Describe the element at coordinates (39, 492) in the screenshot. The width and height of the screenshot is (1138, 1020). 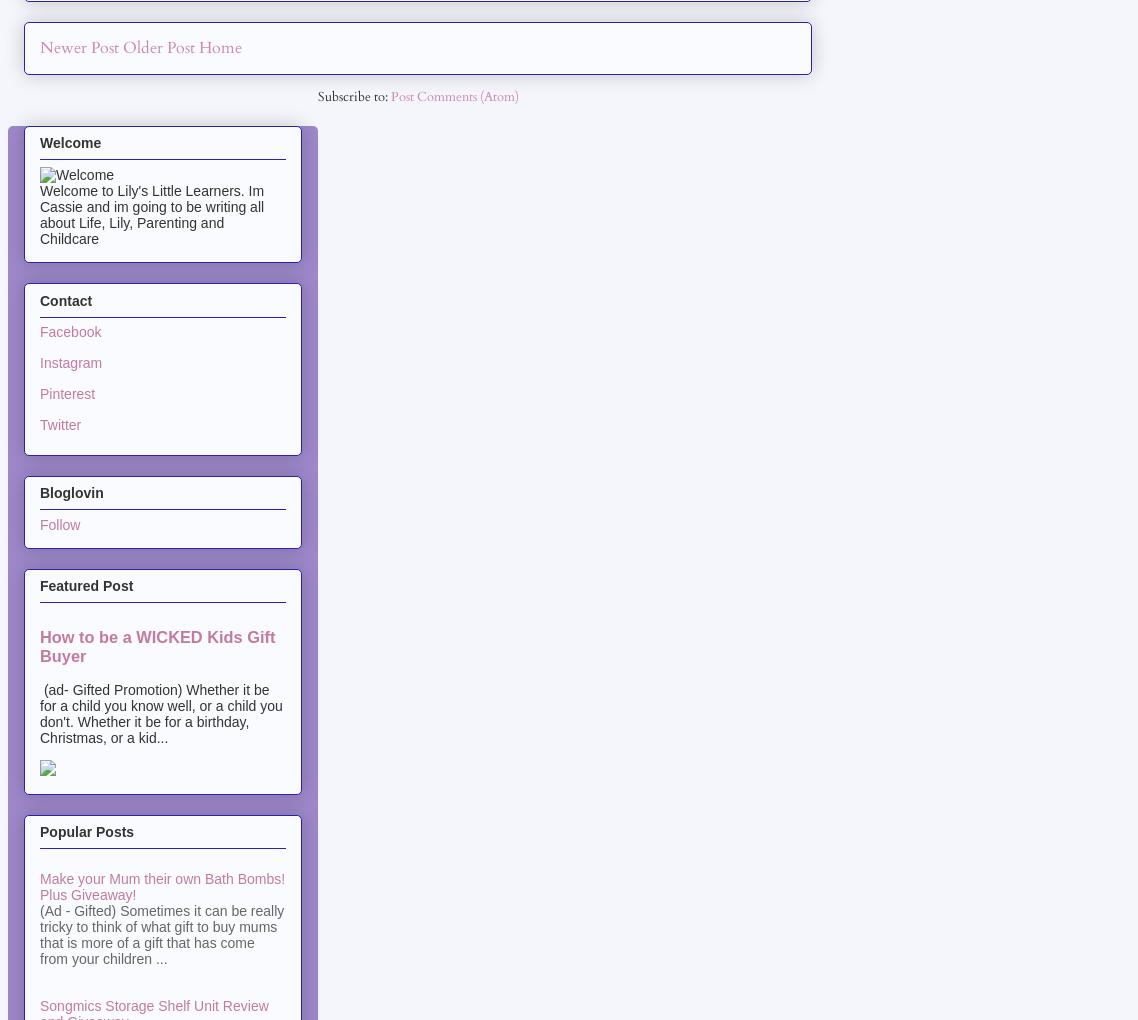
I see `'Bloglovin'` at that location.